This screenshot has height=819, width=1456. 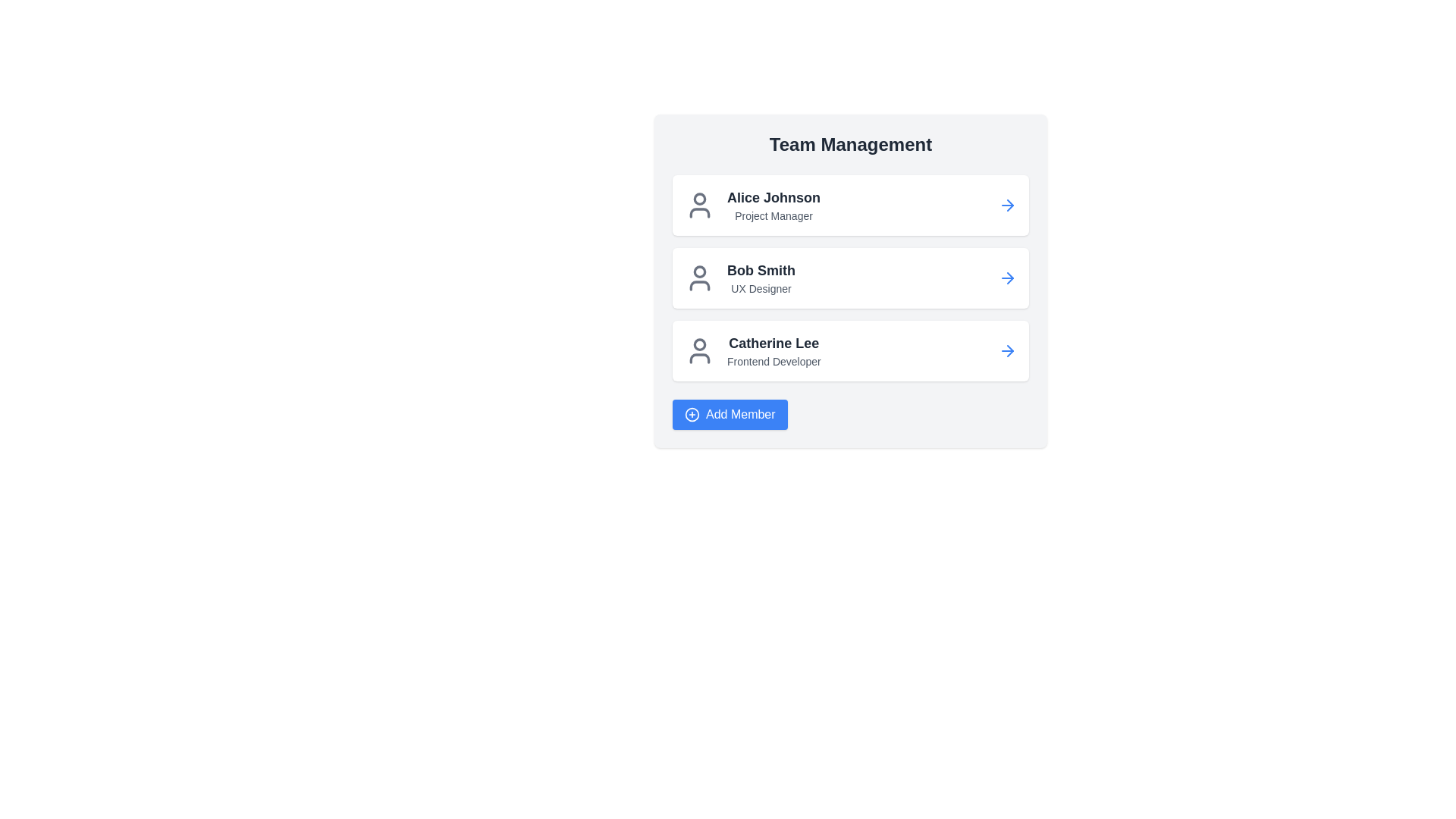 I want to click on the 'Project Manager' text label, which is a smaller gray text located below 'Alice Johnson' in the 'Team Management' section, so click(x=773, y=216).